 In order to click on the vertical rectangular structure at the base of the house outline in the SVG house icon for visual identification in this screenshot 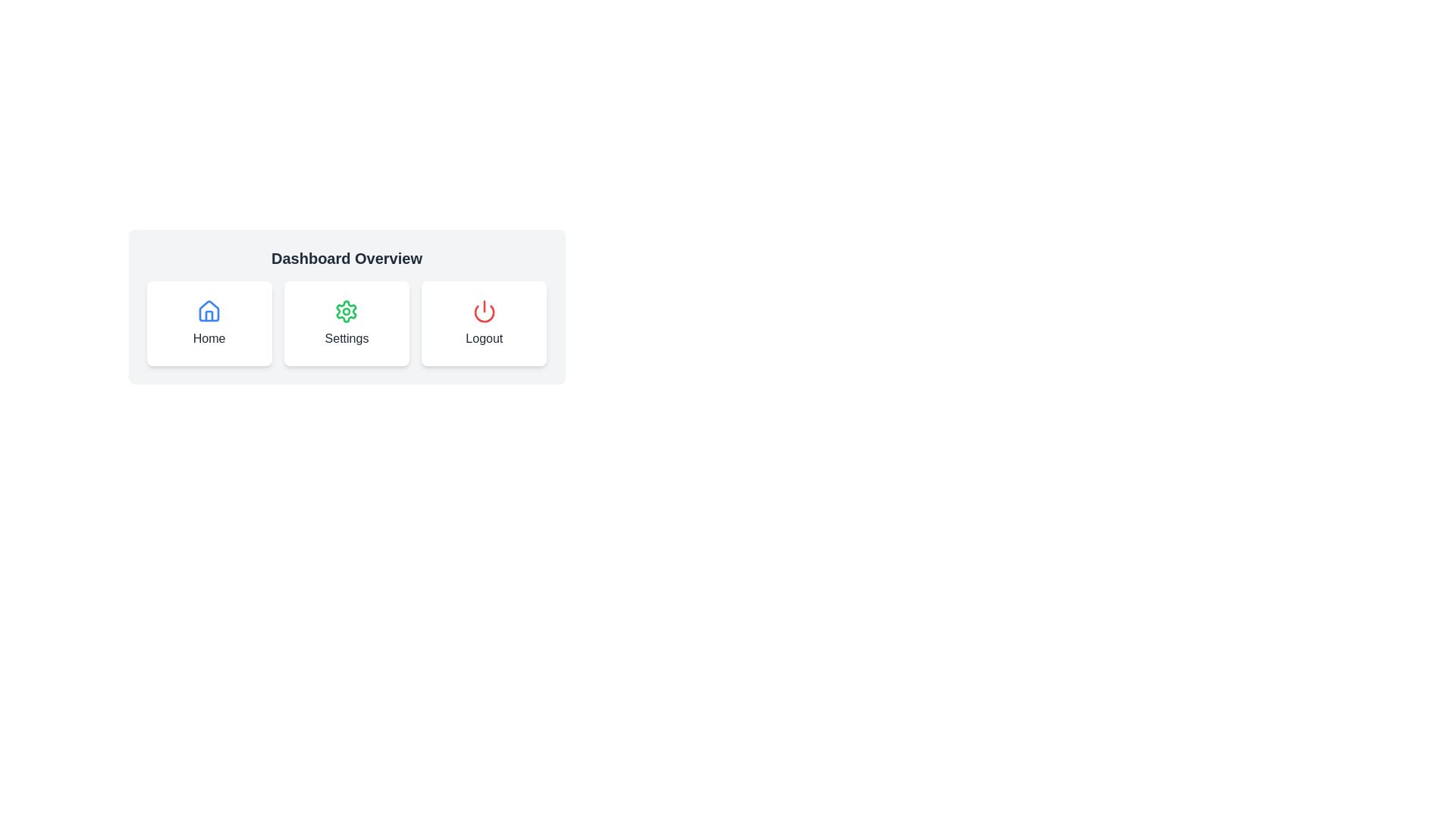, I will do `click(209, 315)`.